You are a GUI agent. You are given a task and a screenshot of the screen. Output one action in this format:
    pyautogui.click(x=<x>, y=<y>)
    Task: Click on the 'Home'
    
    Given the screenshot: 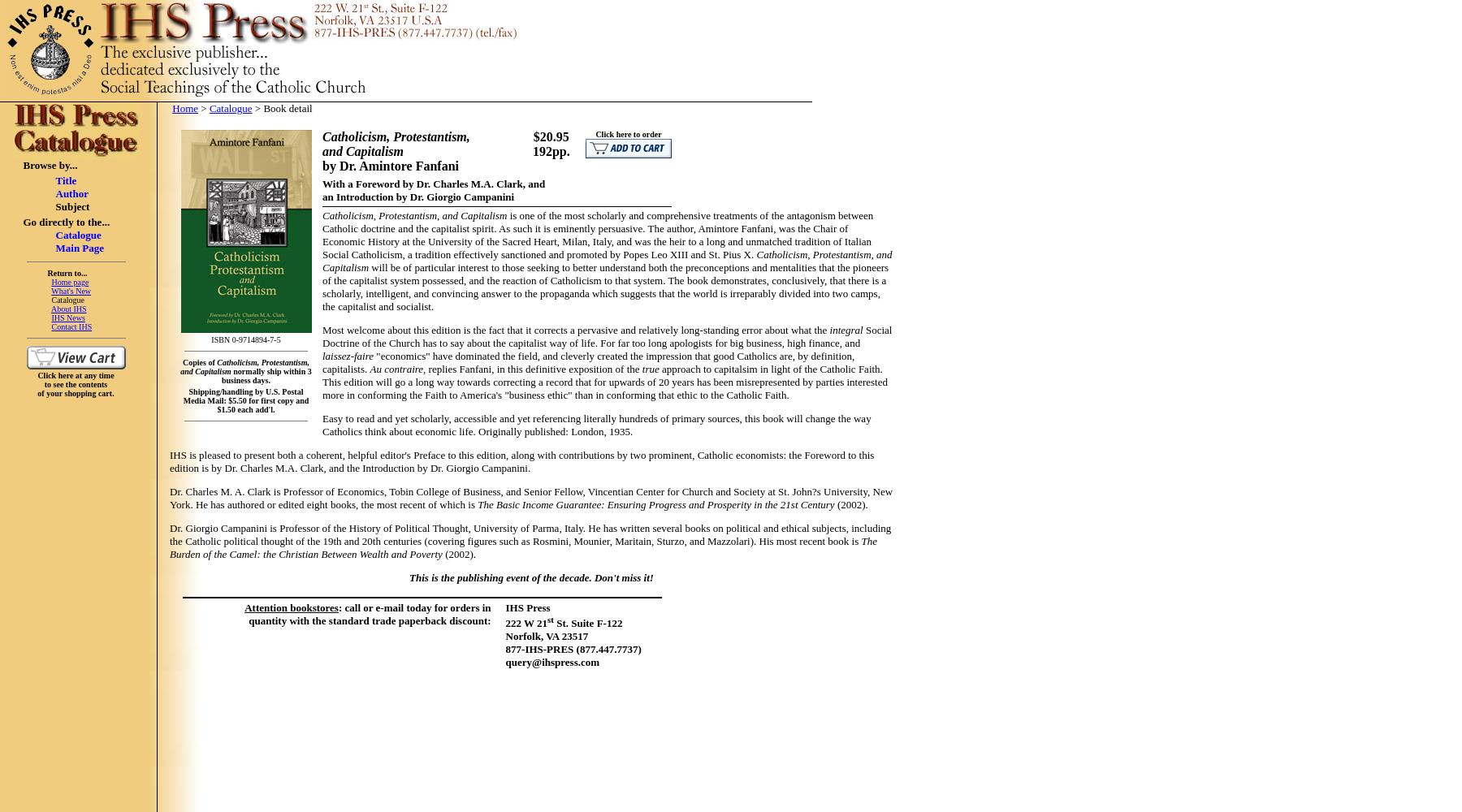 What is the action you would take?
    pyautogui.click(x=184, y=108)
    